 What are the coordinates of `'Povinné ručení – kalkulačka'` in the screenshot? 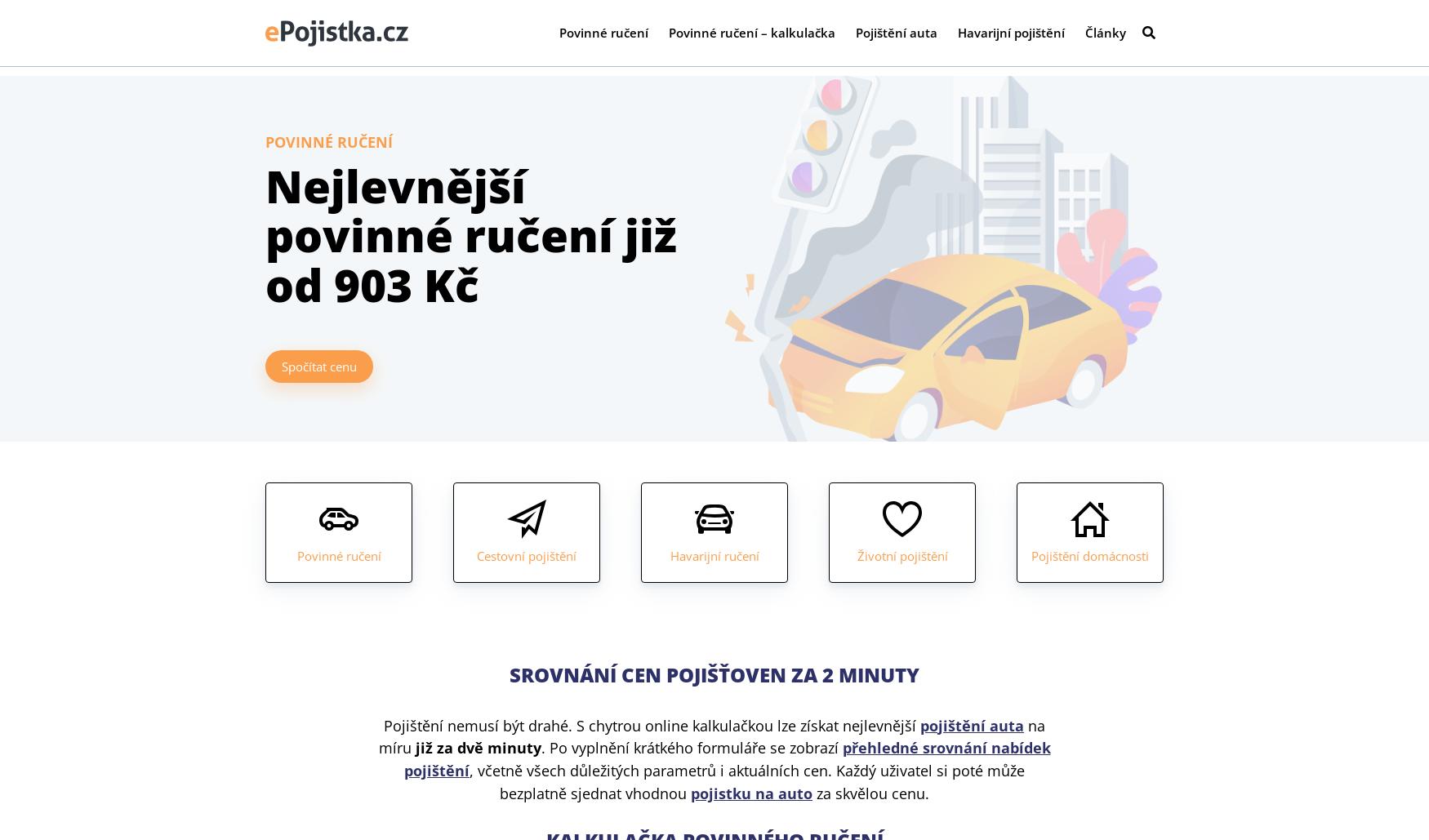 It's located at (751, 37).